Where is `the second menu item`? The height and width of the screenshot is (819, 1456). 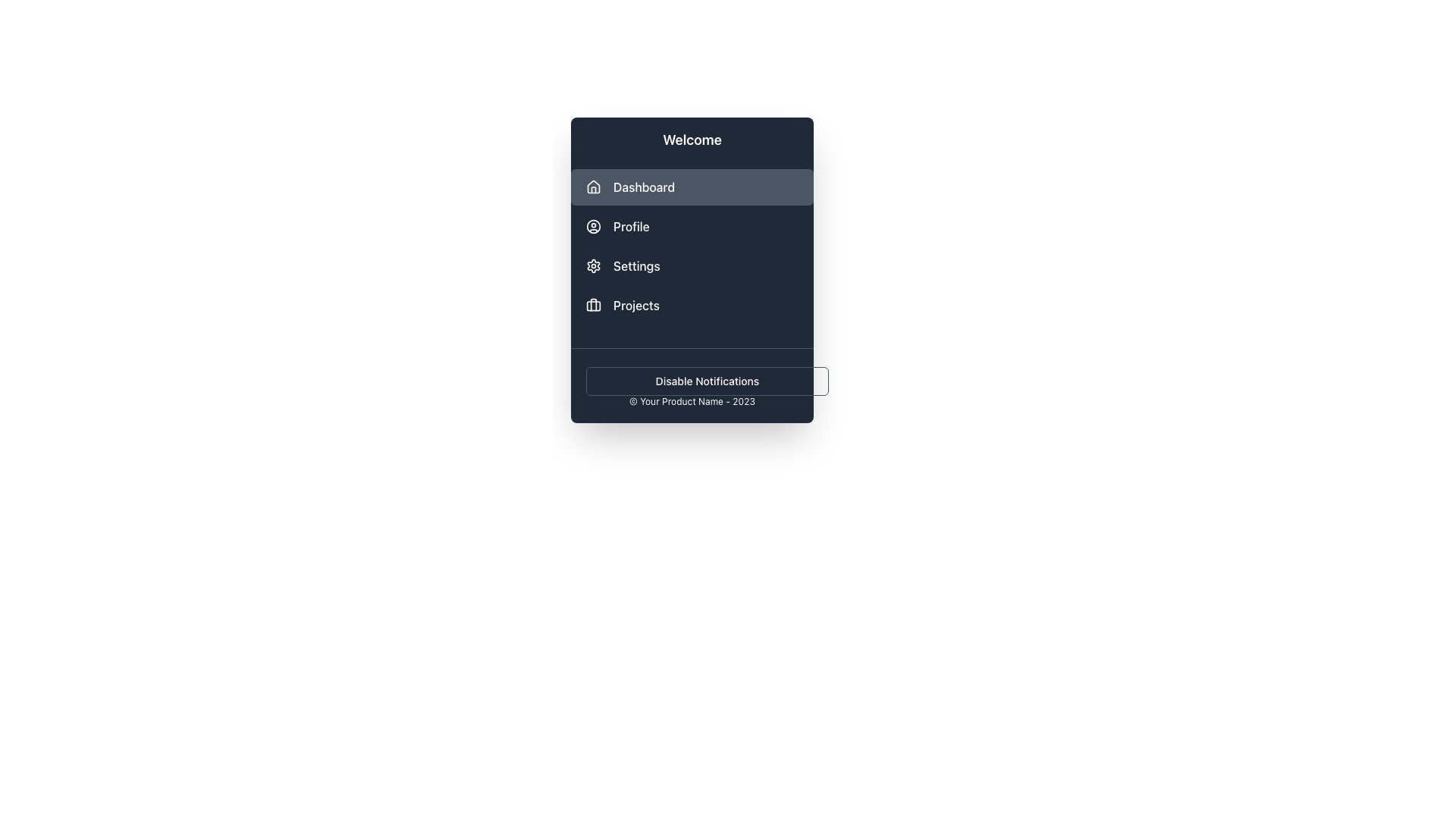 the second menu item is located at coordinates (691, 227).